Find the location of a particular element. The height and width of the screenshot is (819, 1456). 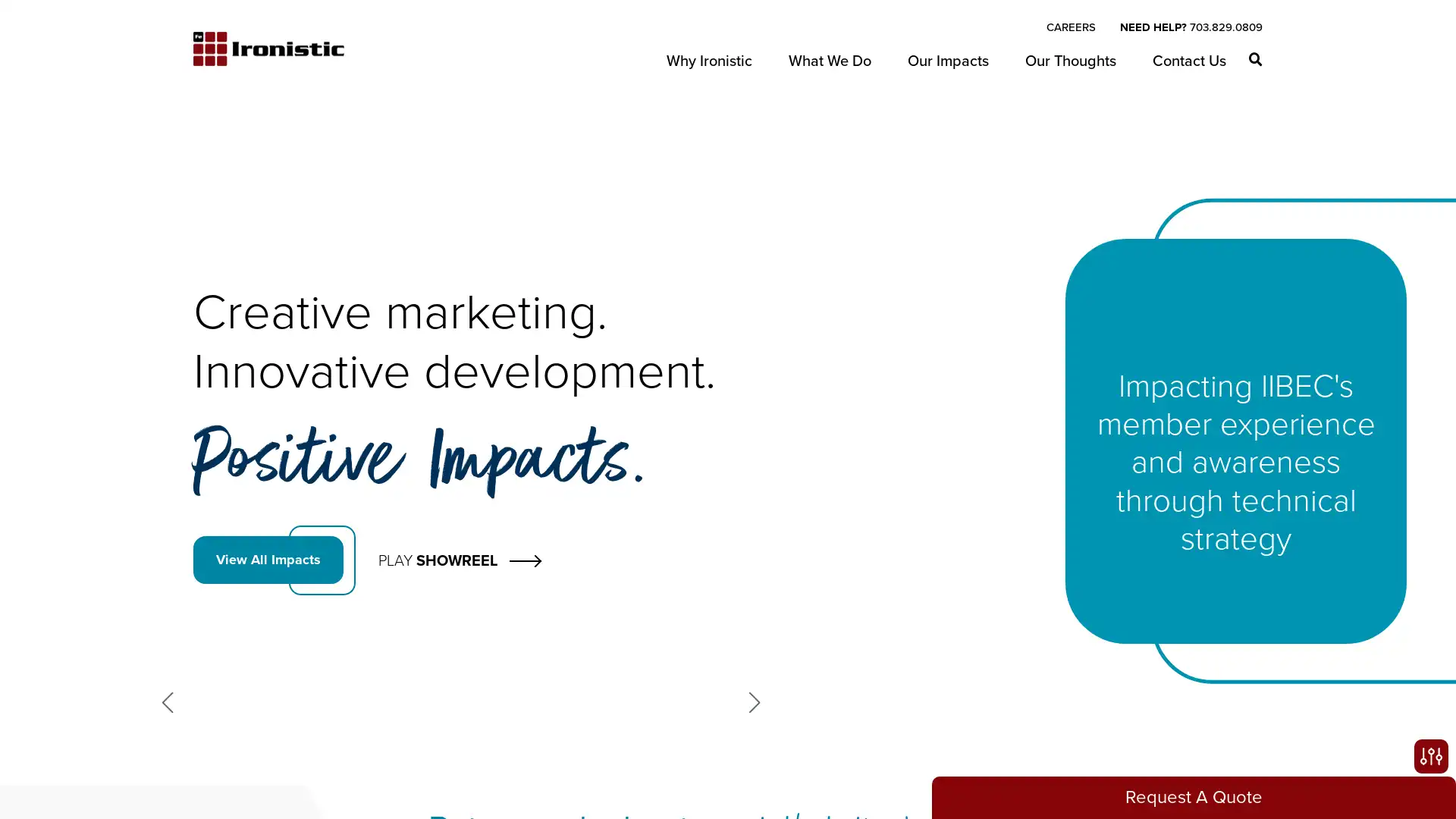

Next slide is located at coordinates (754, 701).